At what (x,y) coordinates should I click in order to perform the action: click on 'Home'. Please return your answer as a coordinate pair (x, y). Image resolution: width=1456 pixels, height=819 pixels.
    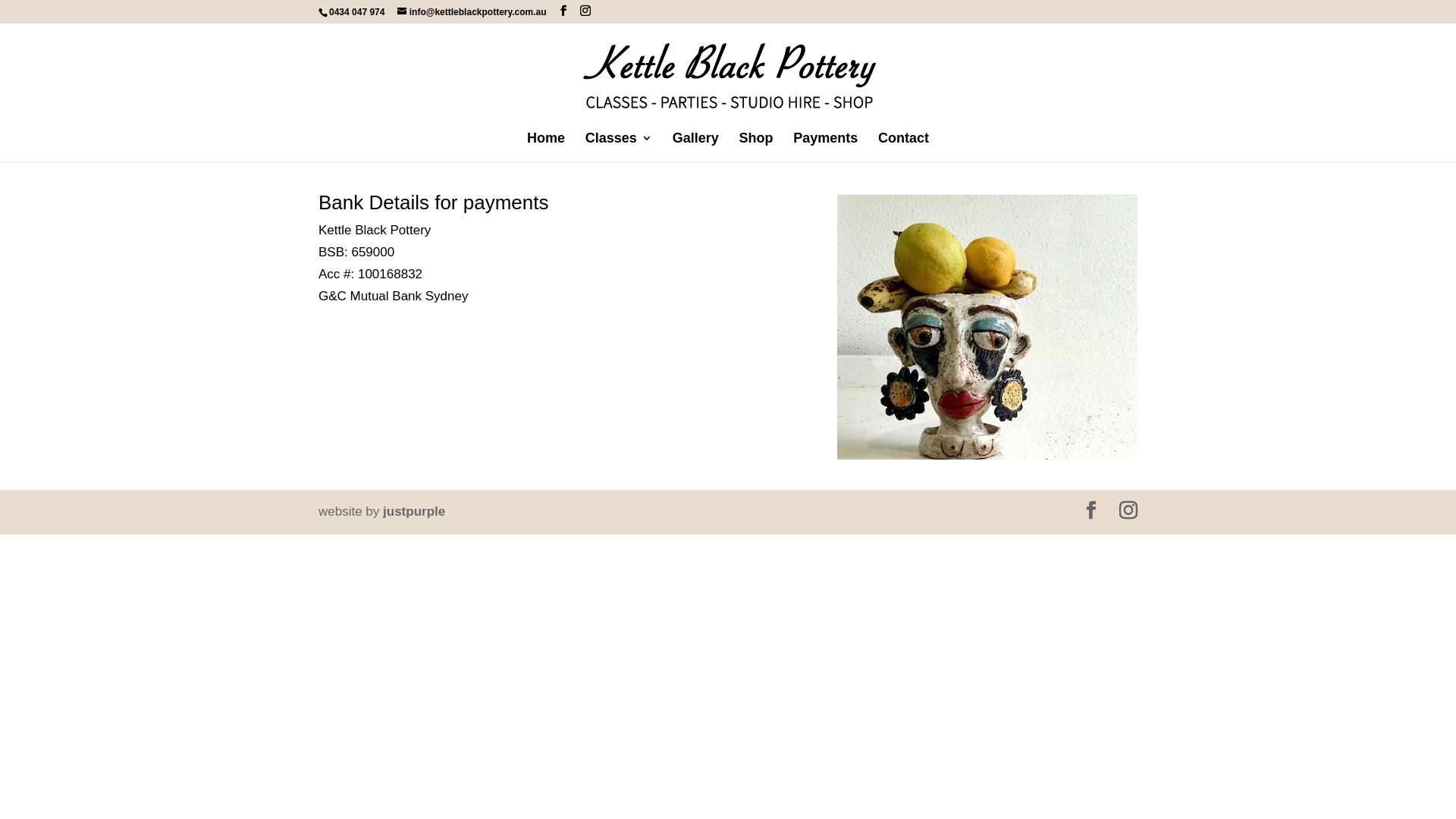
    Looking at the image, I should click on (546, 147).